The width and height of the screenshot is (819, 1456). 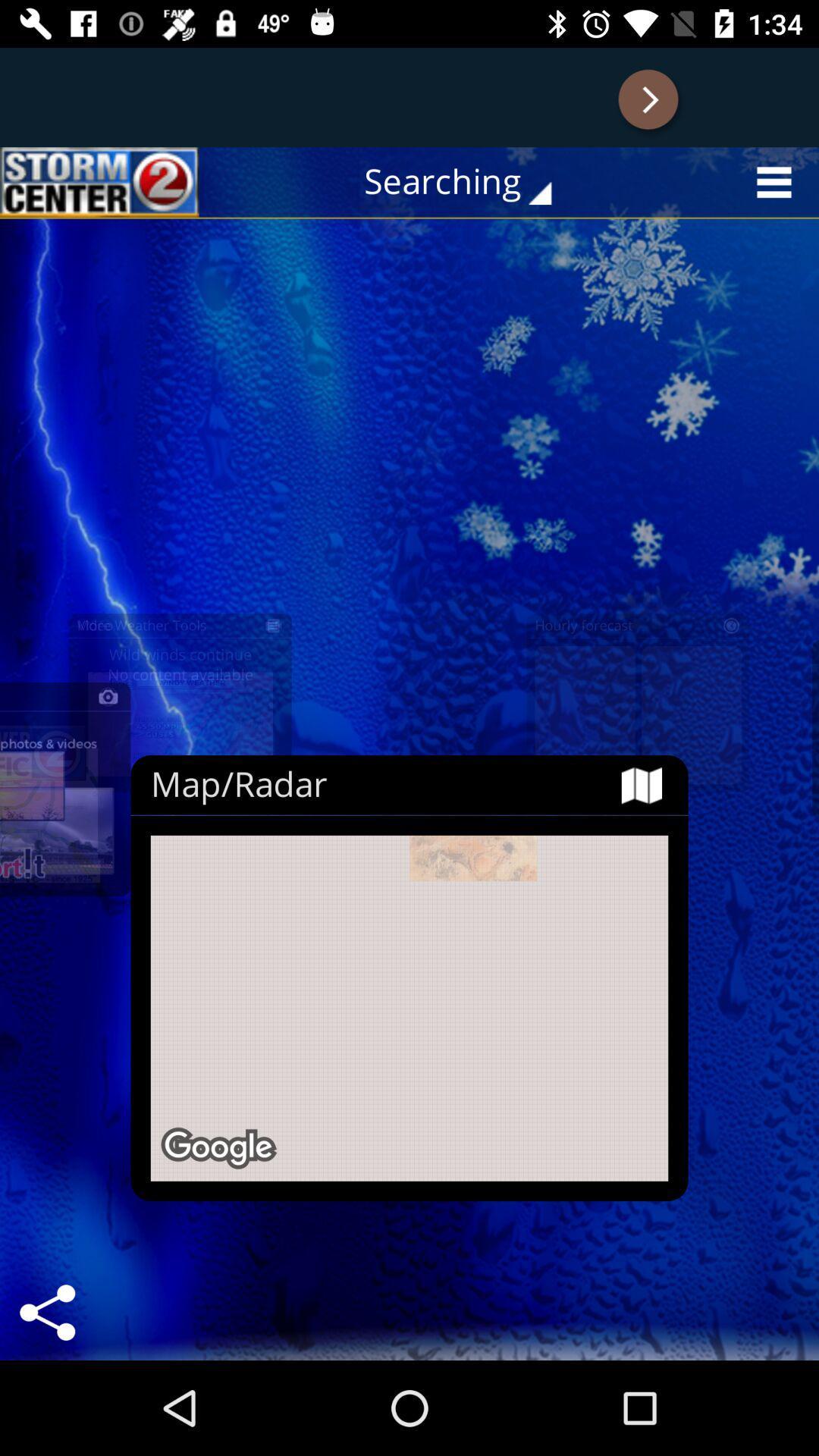 What do you see at coordinates (46, 1312) in the screenshot?
I see `the share icon` at bounding box center [46, 1312].